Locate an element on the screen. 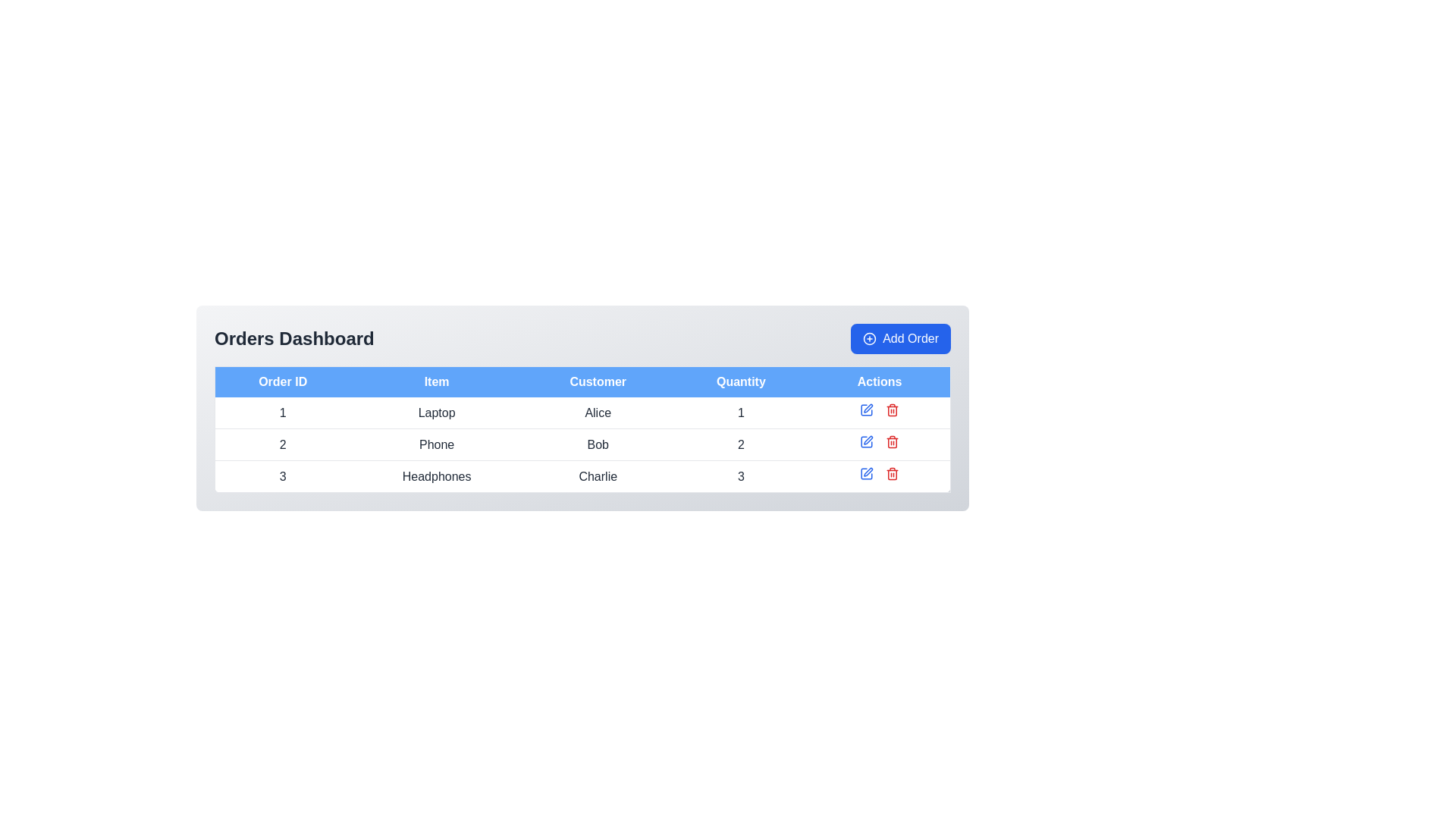 This screenshot has width=1456, height=819. text content displayed in the 'Customer' column of the third row in the order record table is located at coordinates (597, 475).